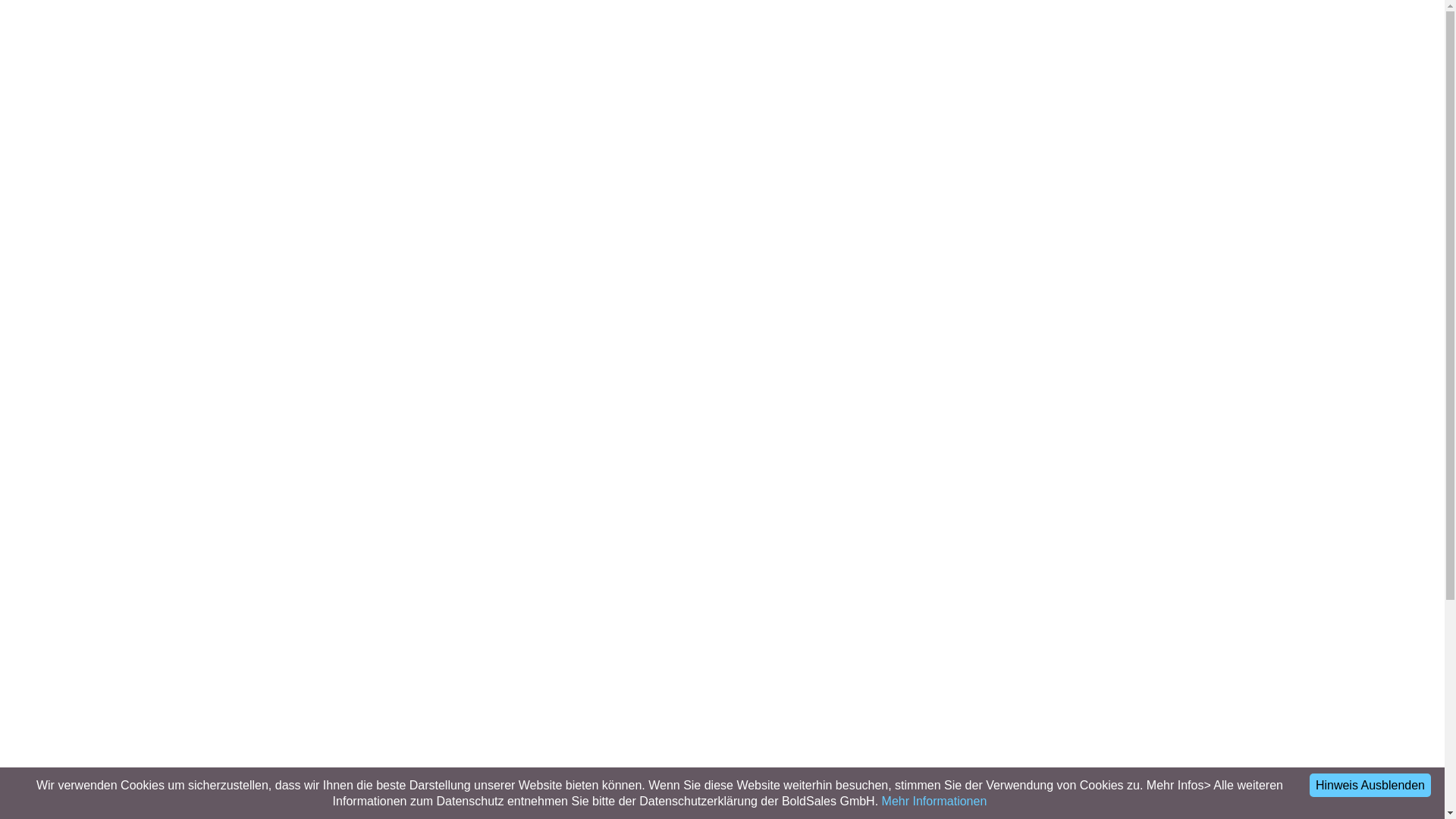 Image resolution: width=1456 pixels, height=819 pixels. What do you see at coordinates (881, 800) in the screenshot?
I see `'Mehr Informationen'` at bounding box center [881, 800].